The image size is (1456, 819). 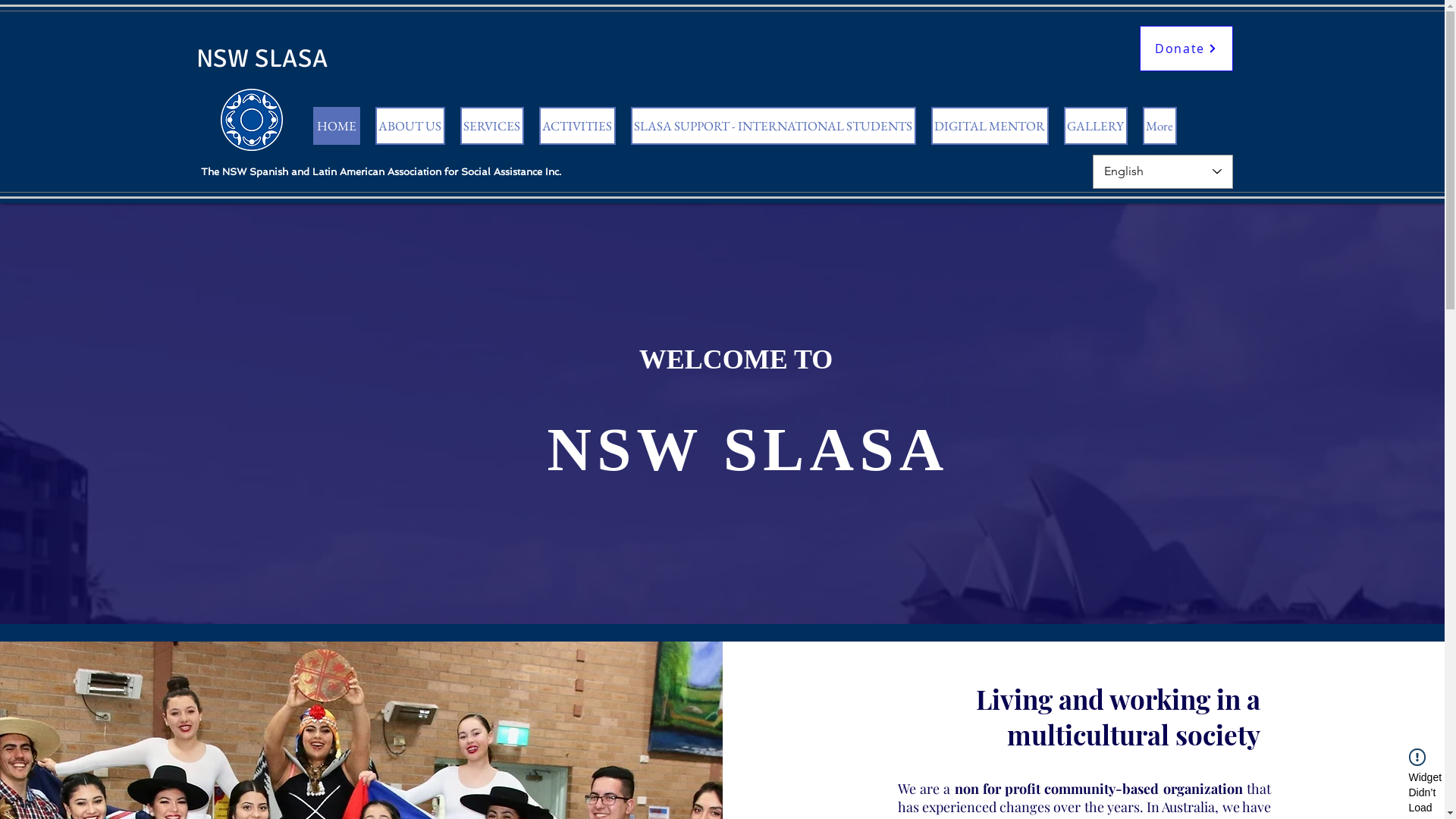 What do you see at coordinates (409, 124) in the screenshot?
I see `'ABOUT US'` at bounding box center [409, 124].